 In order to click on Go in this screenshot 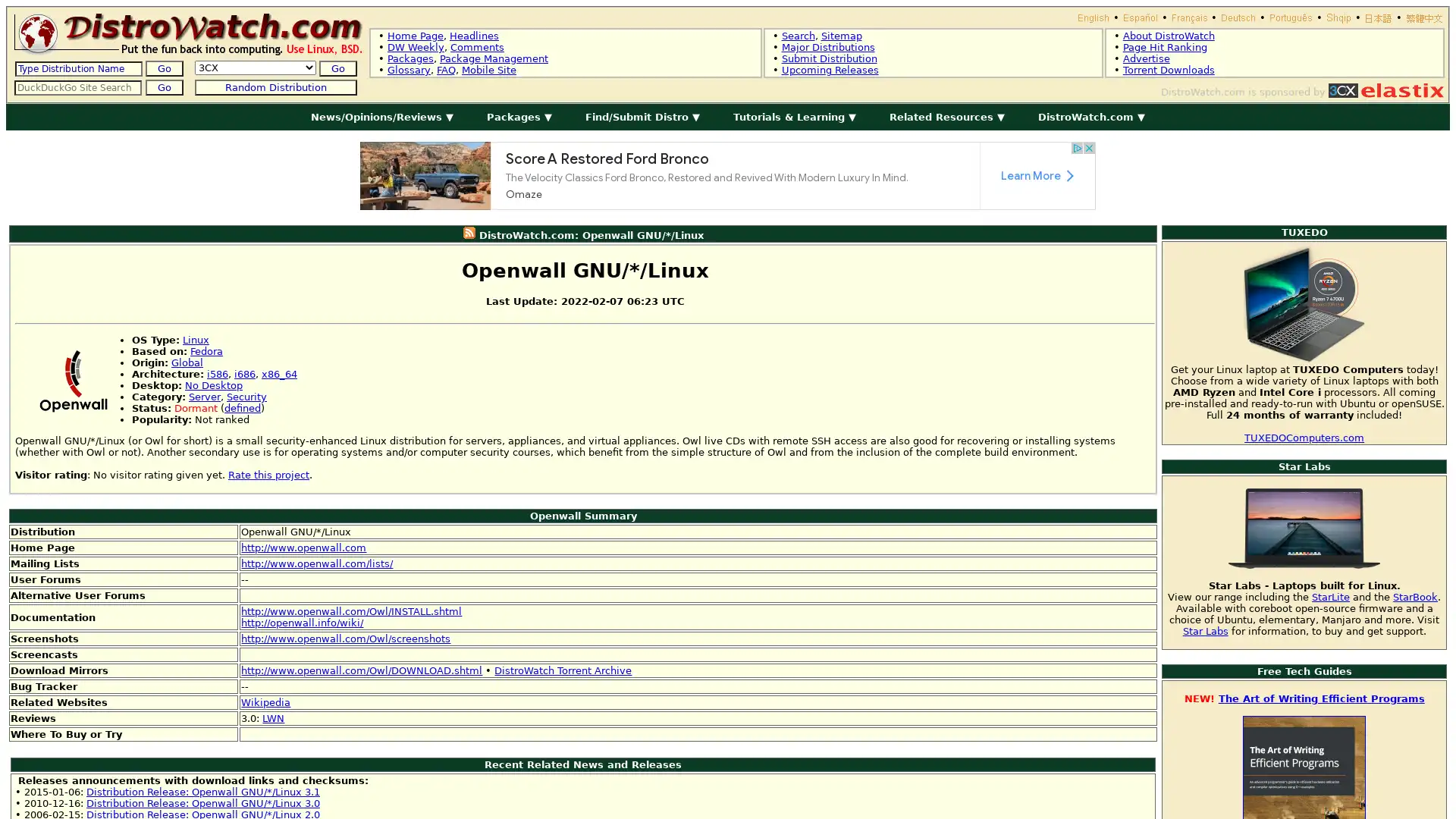, I will do `click(337, 68)`.